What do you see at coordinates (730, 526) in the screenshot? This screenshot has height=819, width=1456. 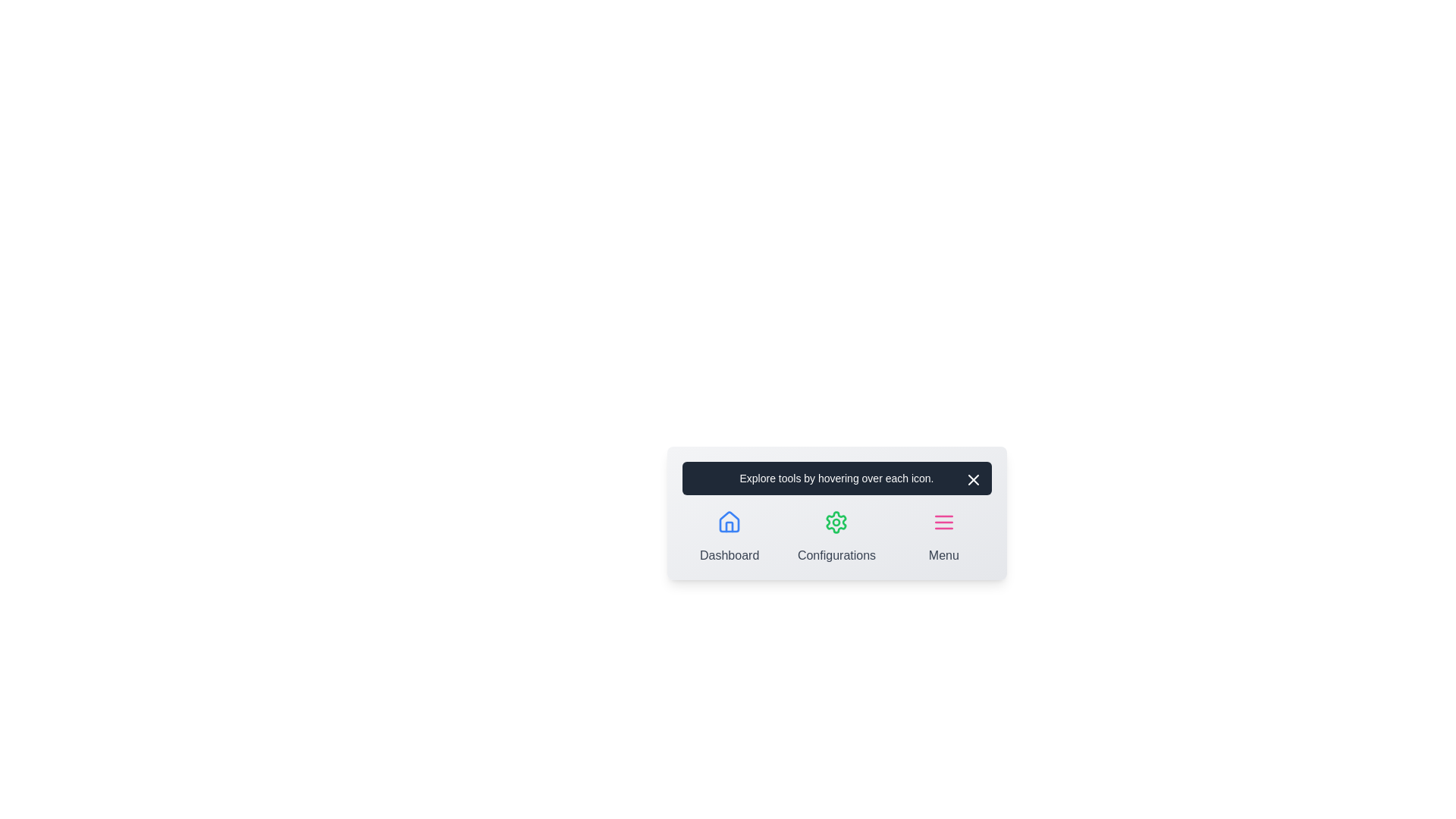 I see `the door element within the house icon located at the bottom-left corner of the interface, adjacent to the 'Dashboard' text` at bounding box center [730, 526].